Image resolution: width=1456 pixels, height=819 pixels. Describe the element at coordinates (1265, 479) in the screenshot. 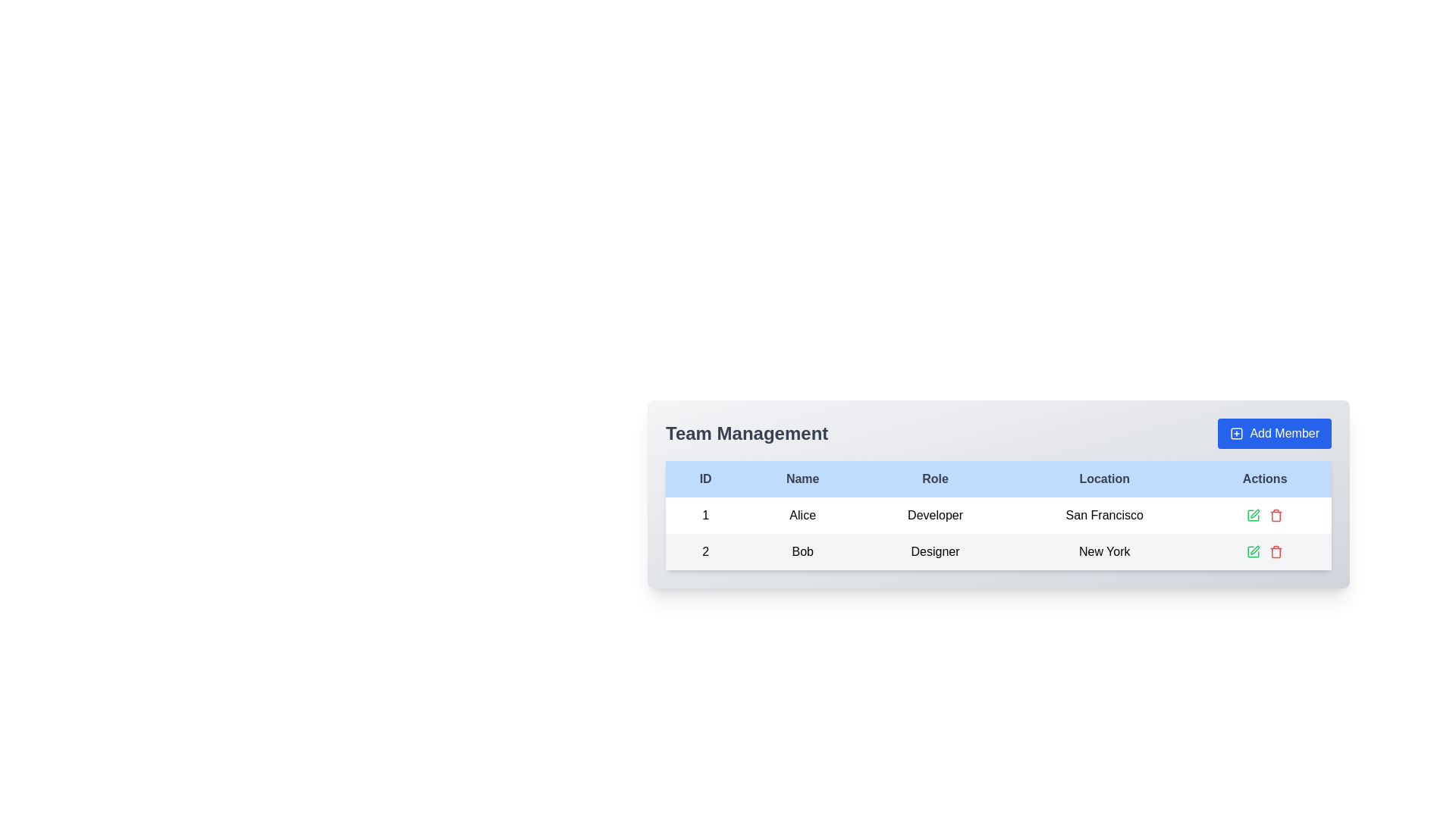

I see `the 'Actions' text label, which is the last cell in the header row of the data table, styled in bold dark text on a light blue background` at that location.